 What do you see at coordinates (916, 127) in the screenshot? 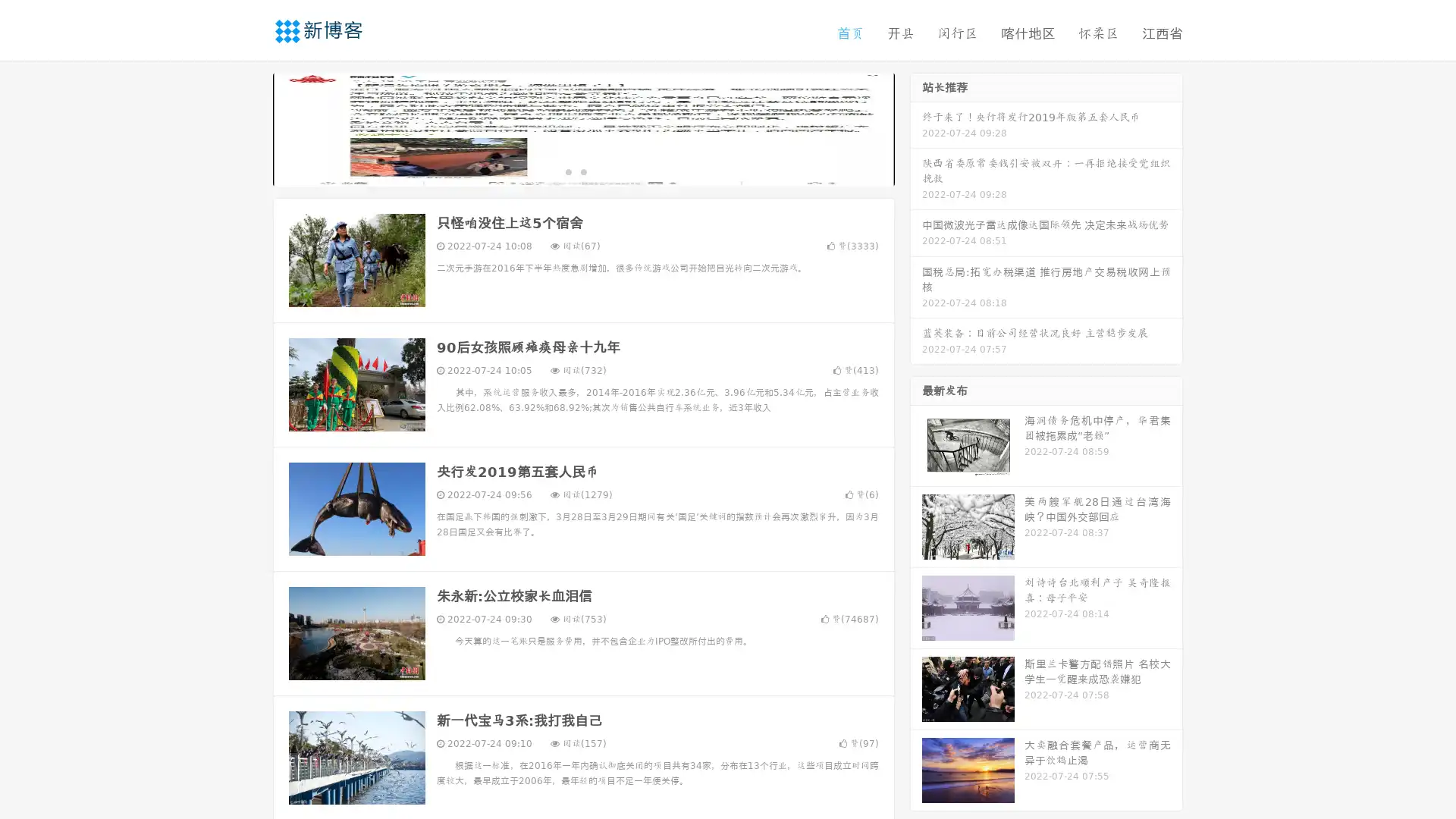
I see `Next slide` at bounding box center [916, 127].